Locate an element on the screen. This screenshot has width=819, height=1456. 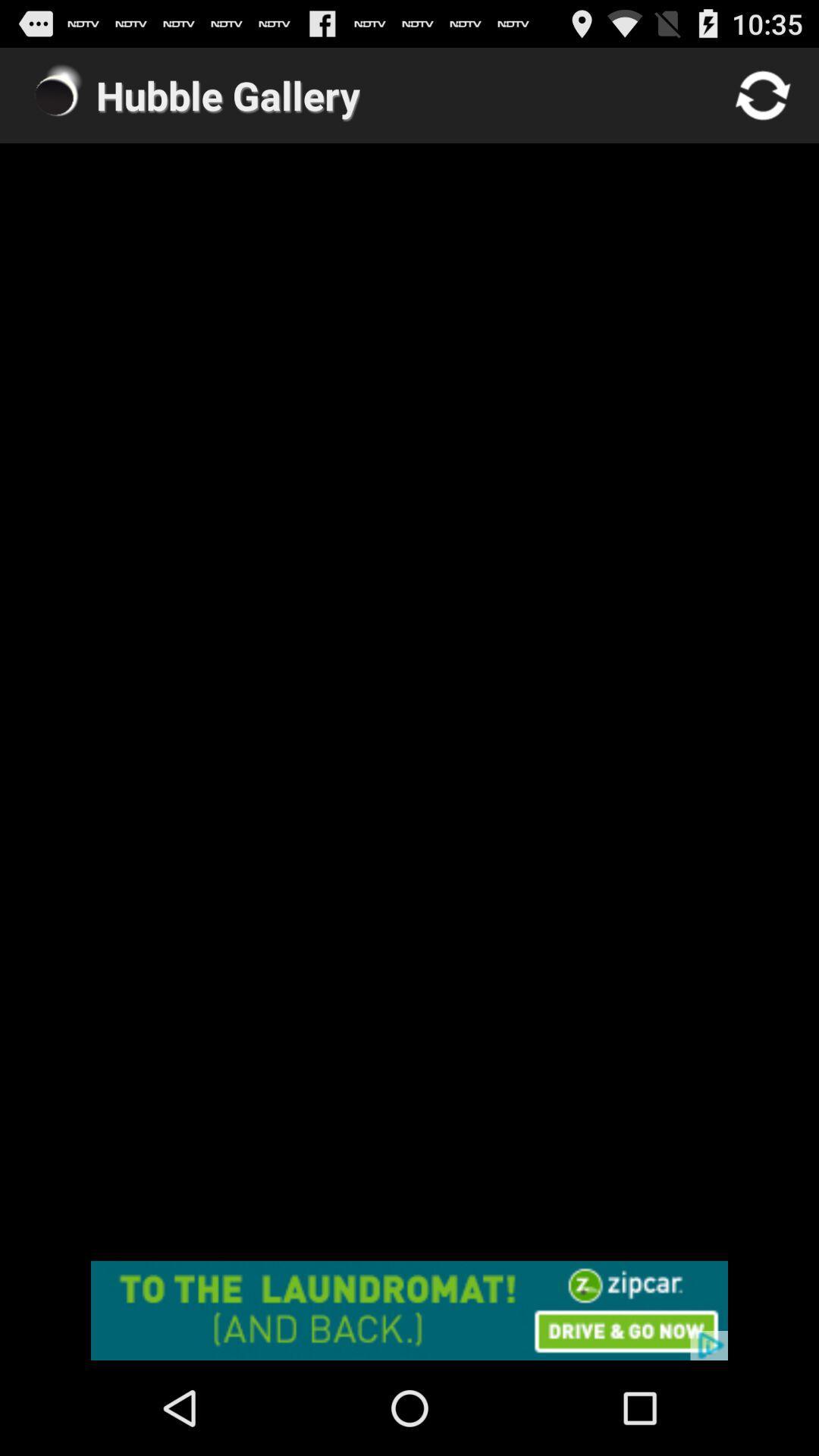
refresh page is located at coordinates (763, 94).